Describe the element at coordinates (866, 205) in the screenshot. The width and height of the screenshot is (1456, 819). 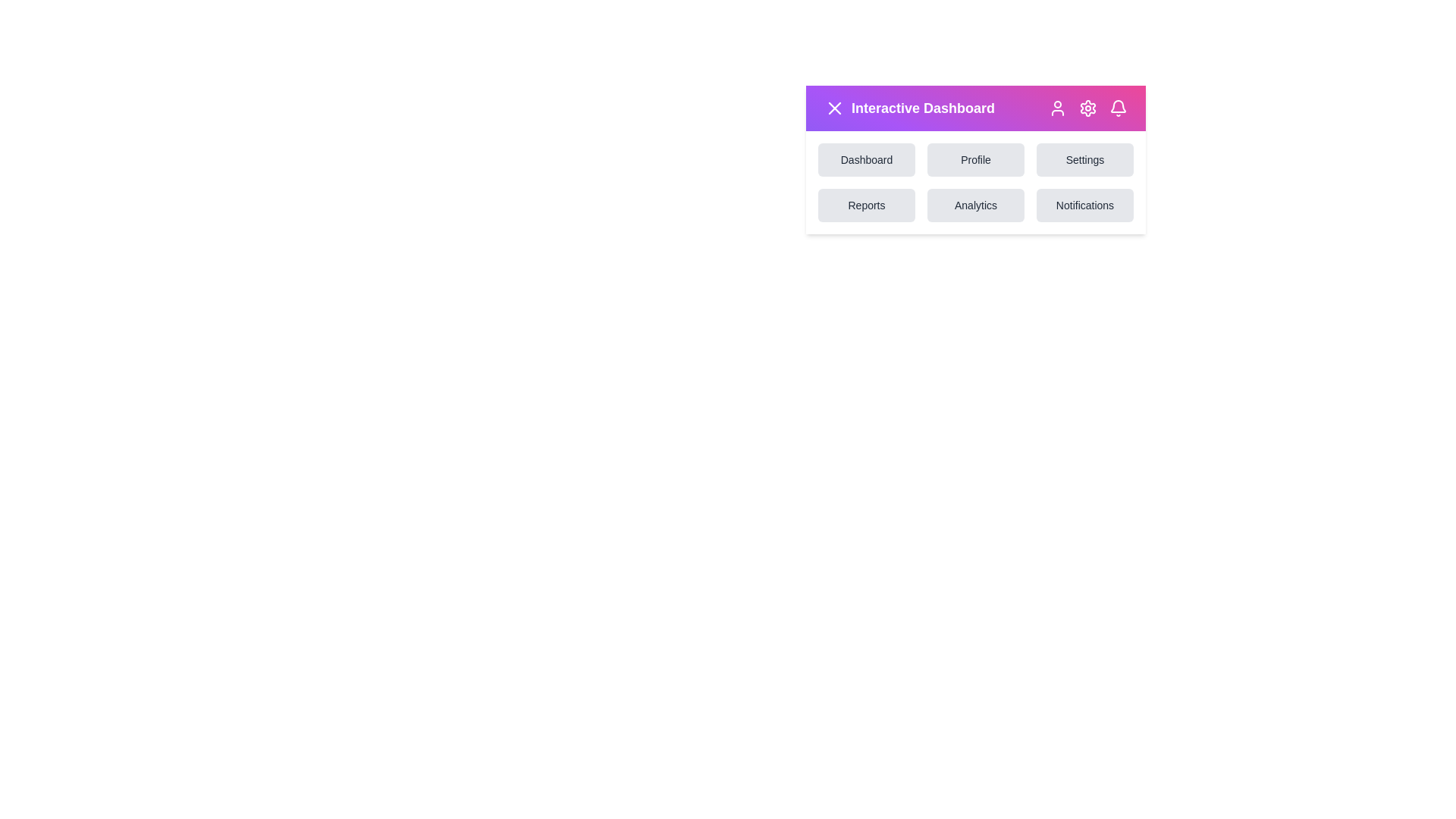
I see `the option Reports from the menu grid` at that location.